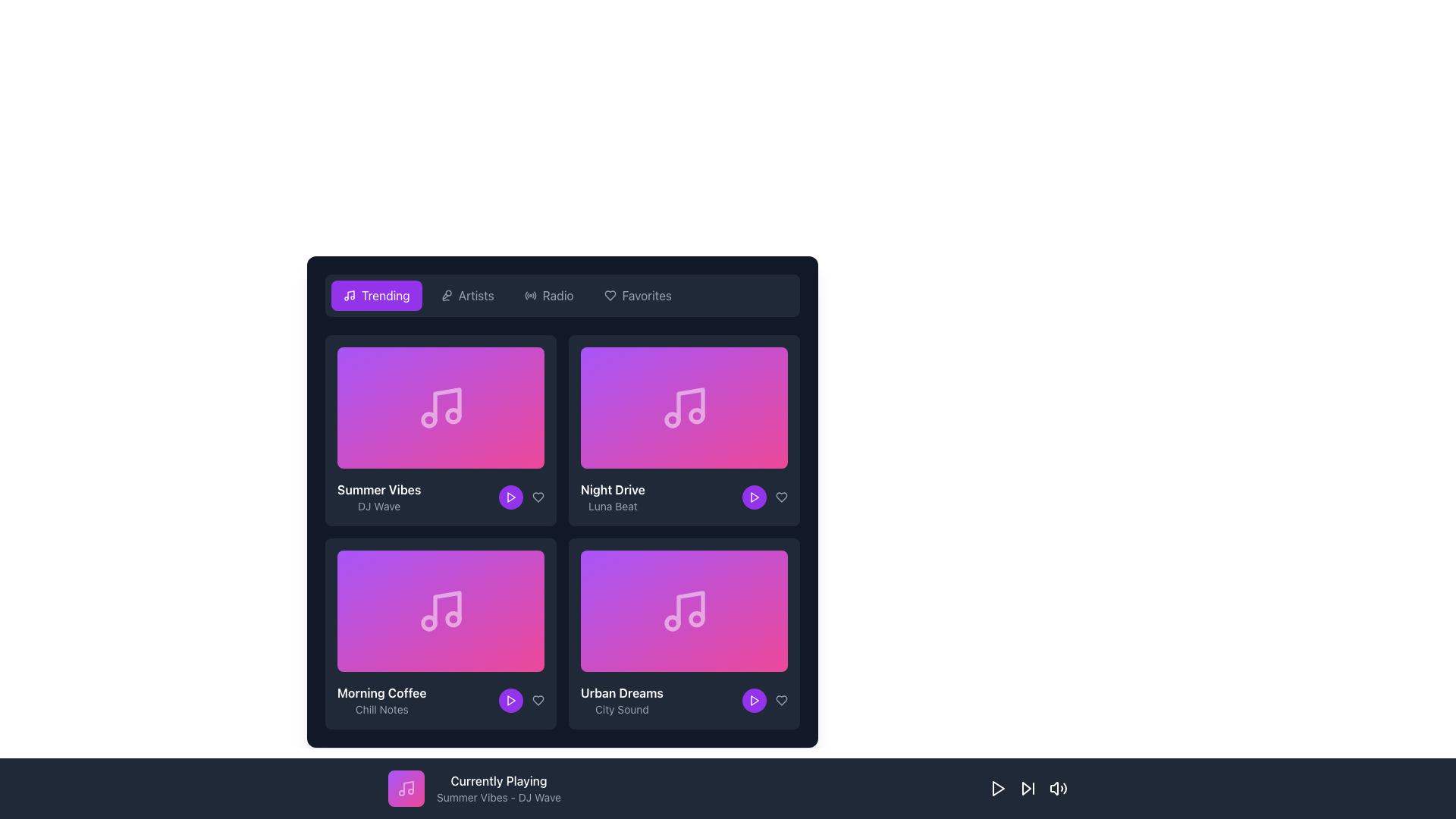  Describe the element at coordinates (428, 623) in the screenshot. I see `the decorative circle within the music note icon in the 'Morning Coffee' card, located in the second row, distinctly positioned as the left circle` at that location.